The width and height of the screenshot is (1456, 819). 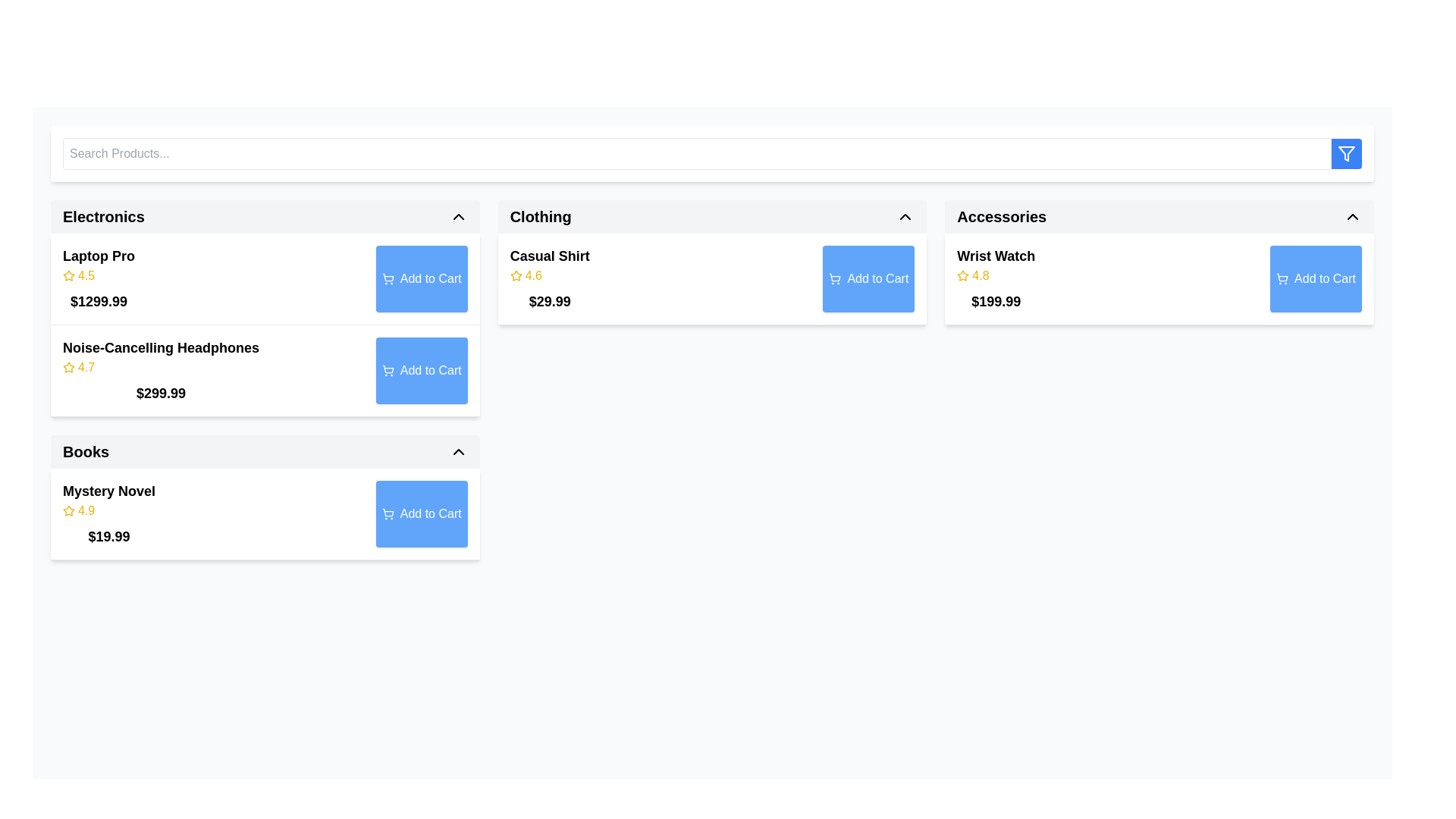 I want to click on the rating display indicator for the 'Mystery Novel' item, which shows a star and the rating number '4.9' located beneath its title and above the price, so click(x=108, y=511).